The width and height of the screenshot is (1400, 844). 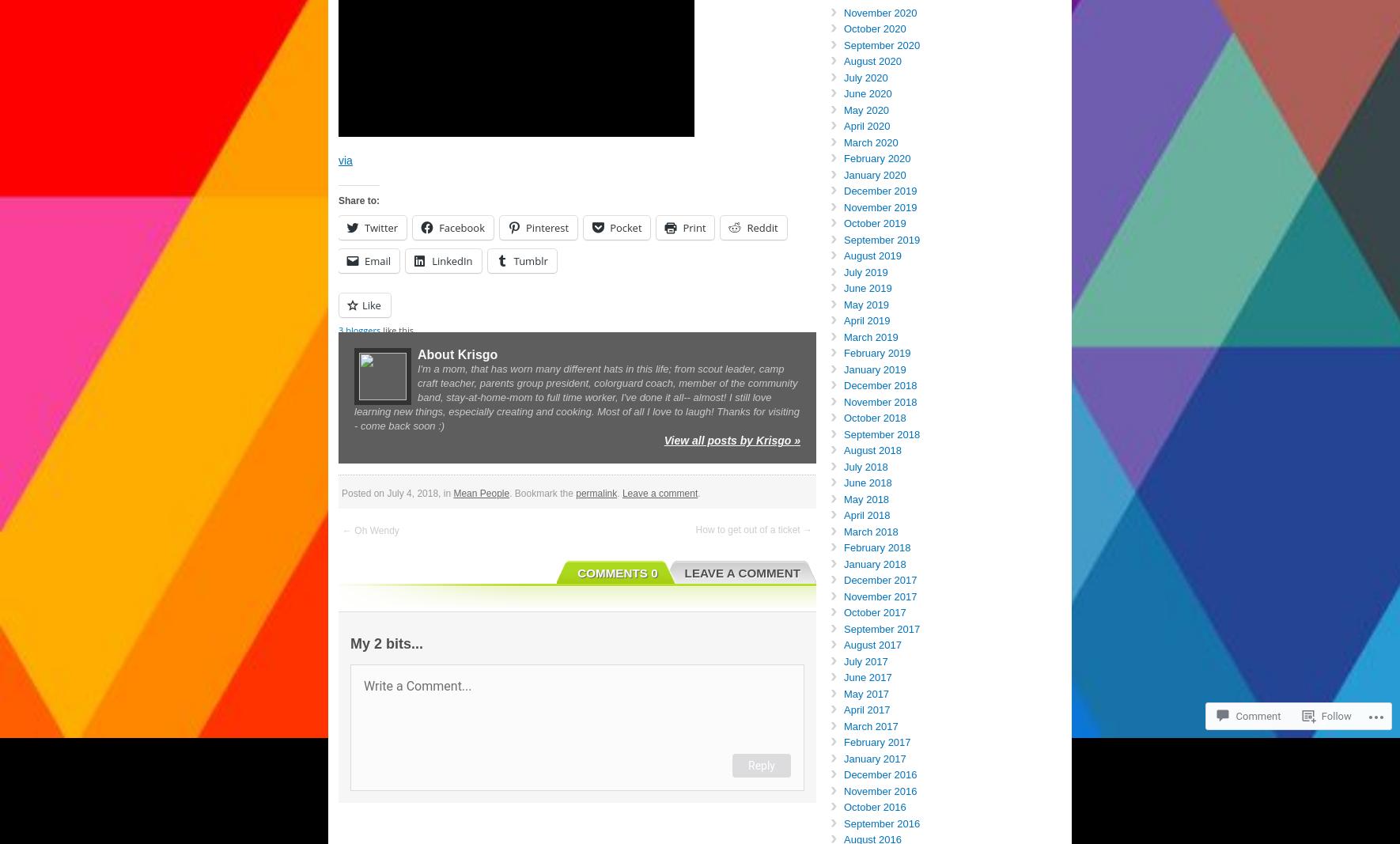 I want to click on 'Facebook', so click(x=439, y=227).